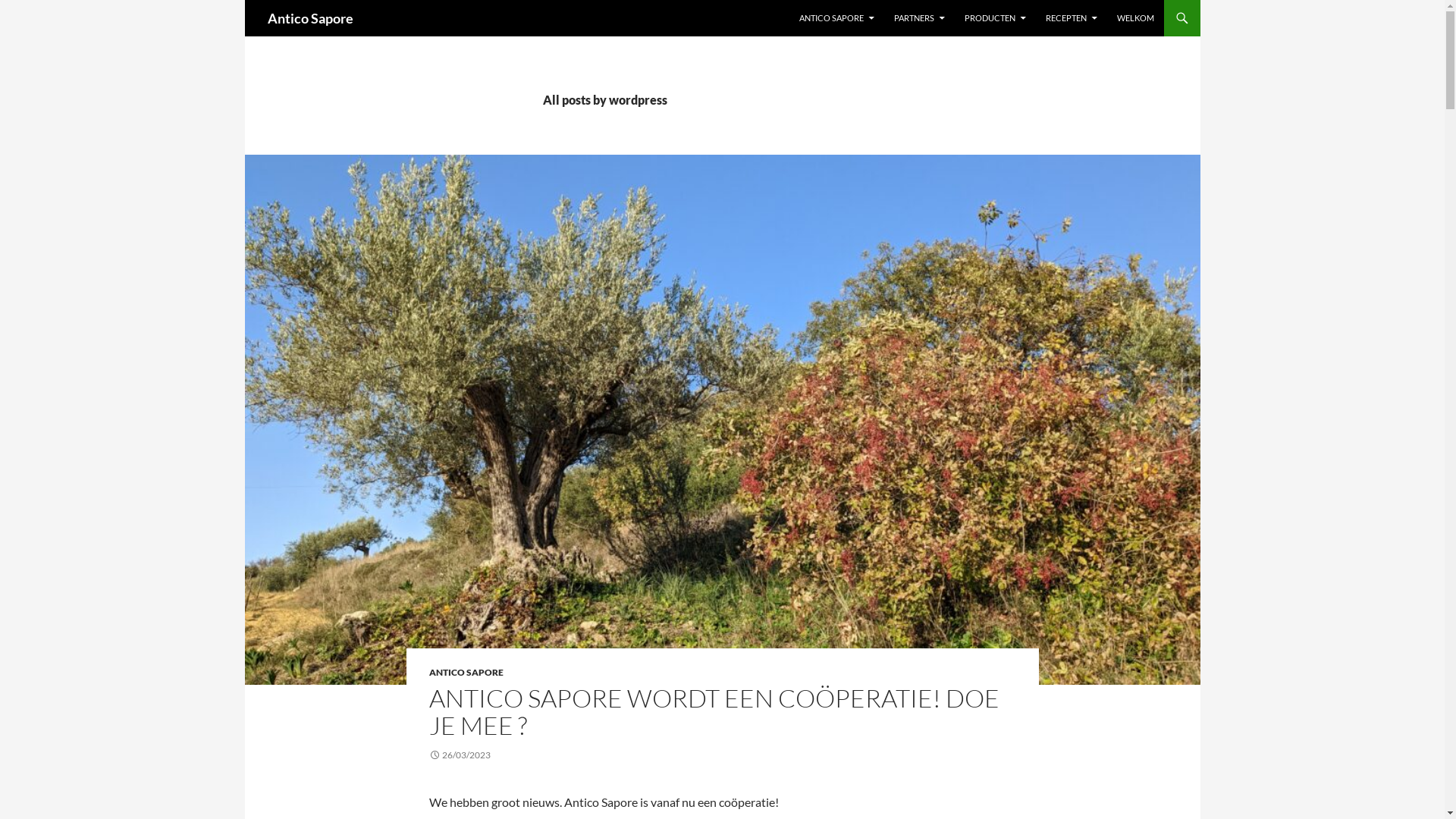  I want to click on 'WELKOM', so click(1134, 17).